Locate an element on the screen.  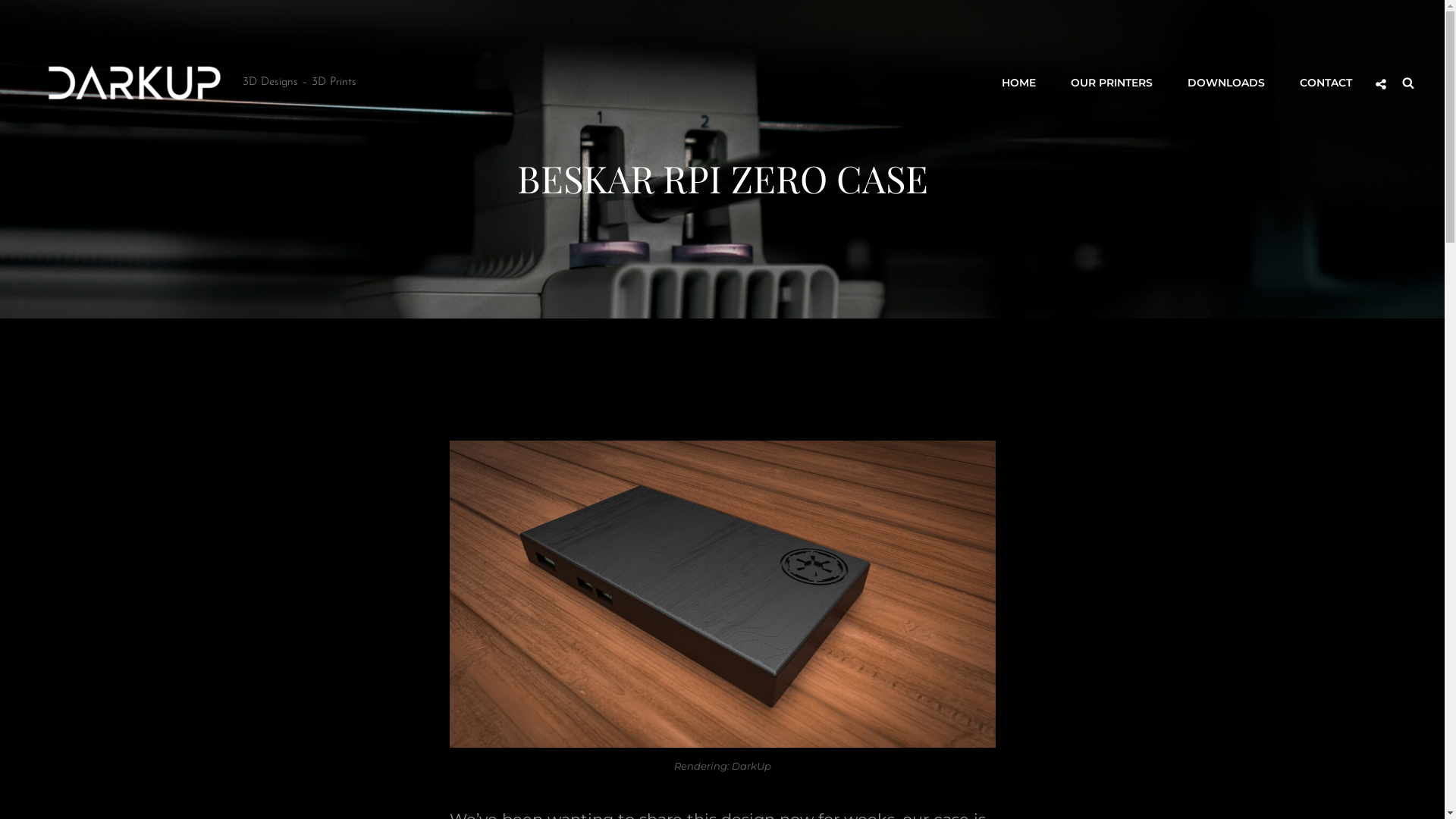
'Social Share' is located at coordinates (1380, 84).